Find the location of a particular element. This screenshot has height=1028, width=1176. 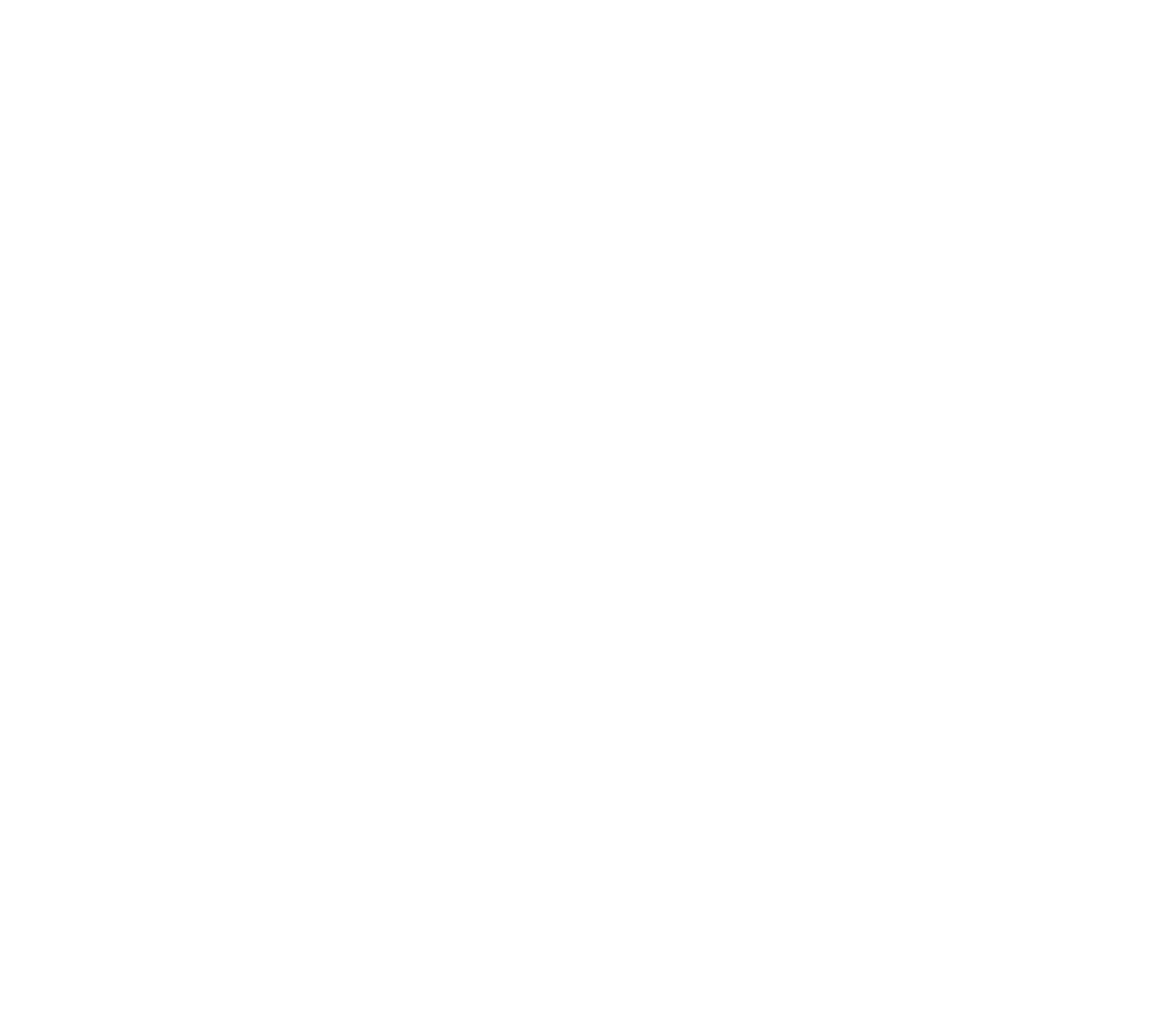

'The Alpha, Lambda, and Omega Desktop Recording Studios are the perfect choice for anyone putting together their first home recording studio. Each of these completely integrated recording systems has all the tools needed to transform your computer into a professional 24-bit digital recording studio.' is located at coordinates (47, 409).